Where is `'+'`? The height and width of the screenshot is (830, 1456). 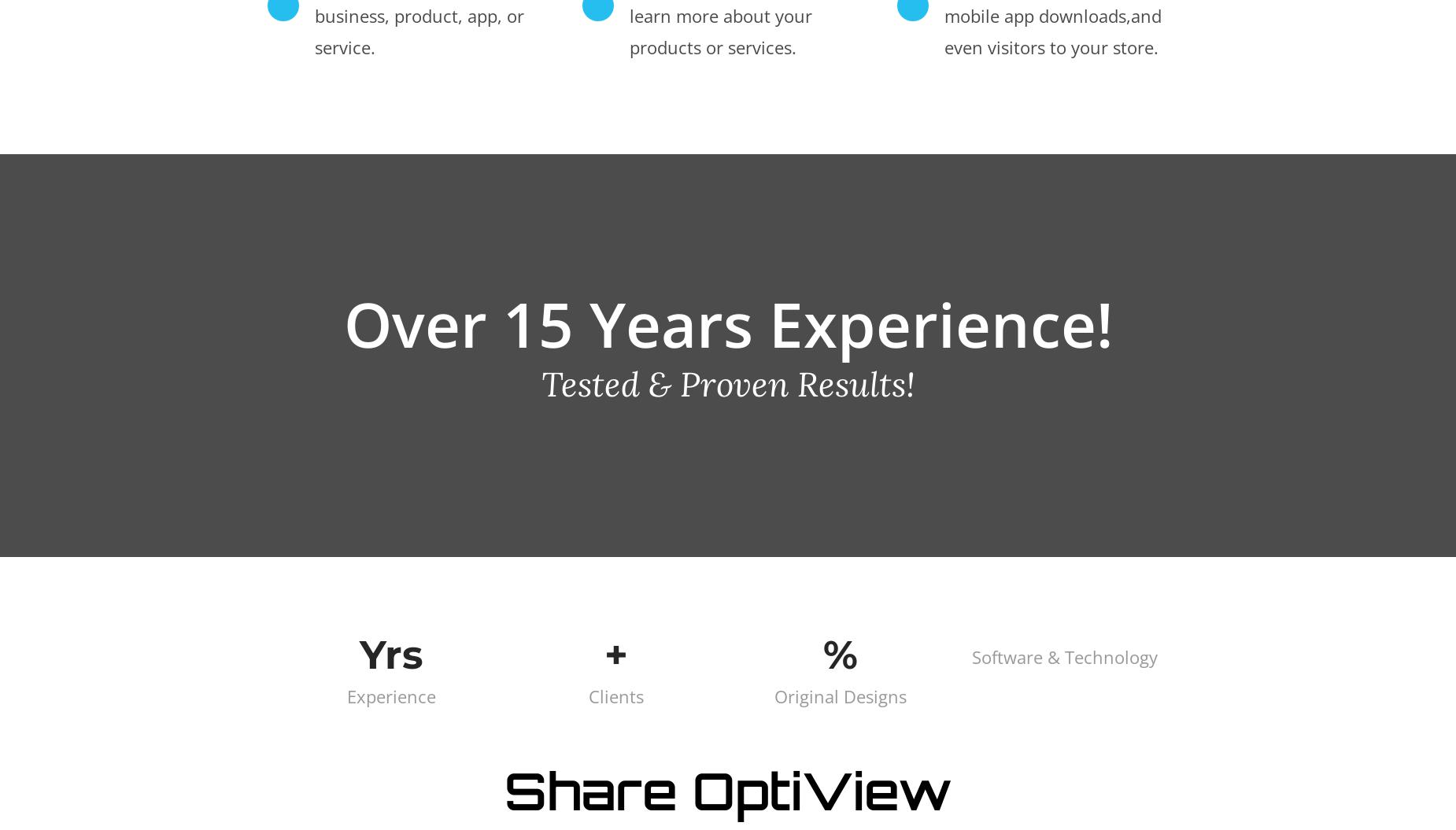
'+' is located at coordinates (615, 654).